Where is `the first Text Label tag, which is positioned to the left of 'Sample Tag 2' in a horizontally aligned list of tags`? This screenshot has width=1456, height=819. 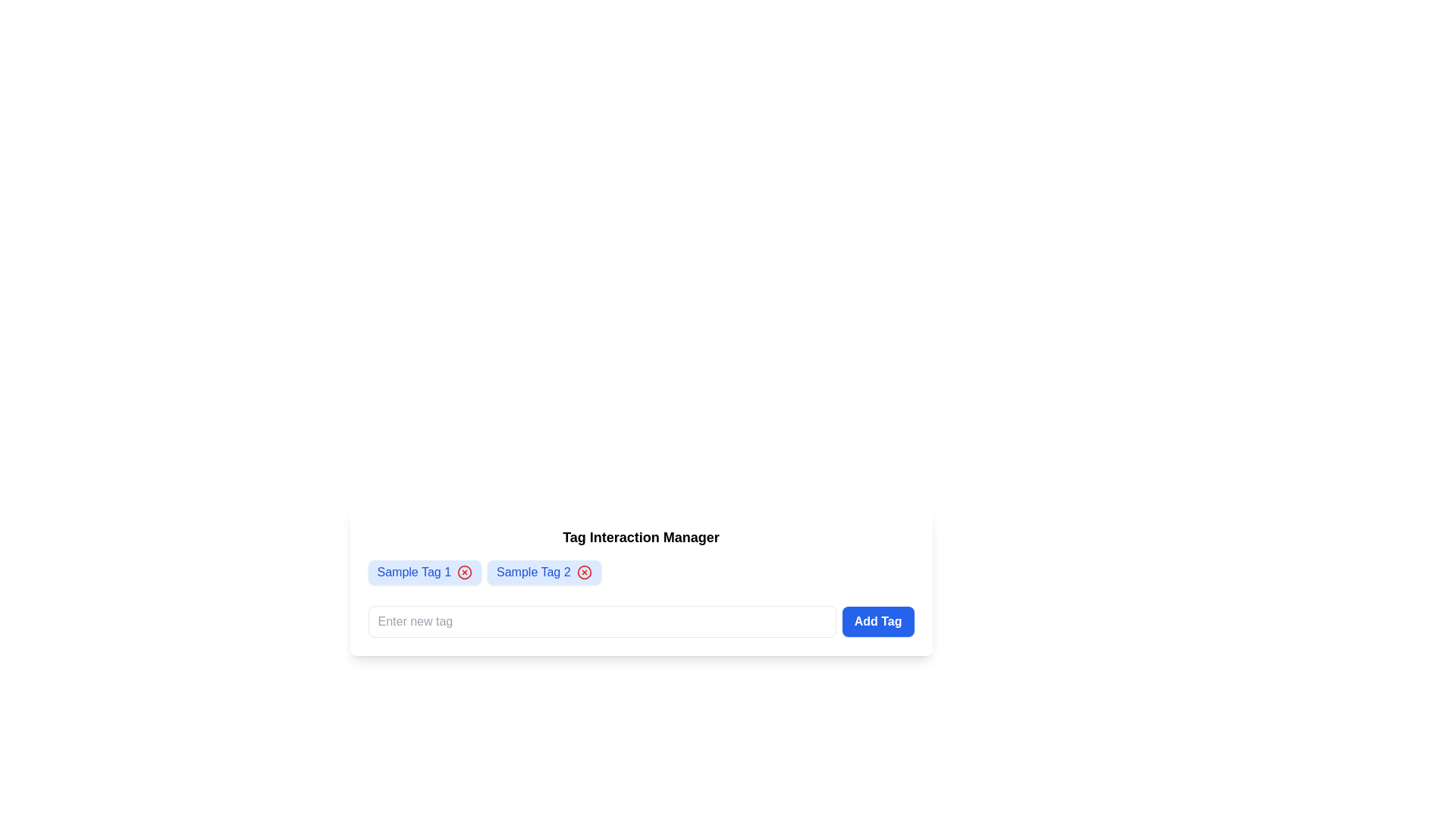
the first Text Label tag, which is positioned to the left of 'Sample Tag 2' in a horizontally aligned list of tags is located at coordinates (414, 573).